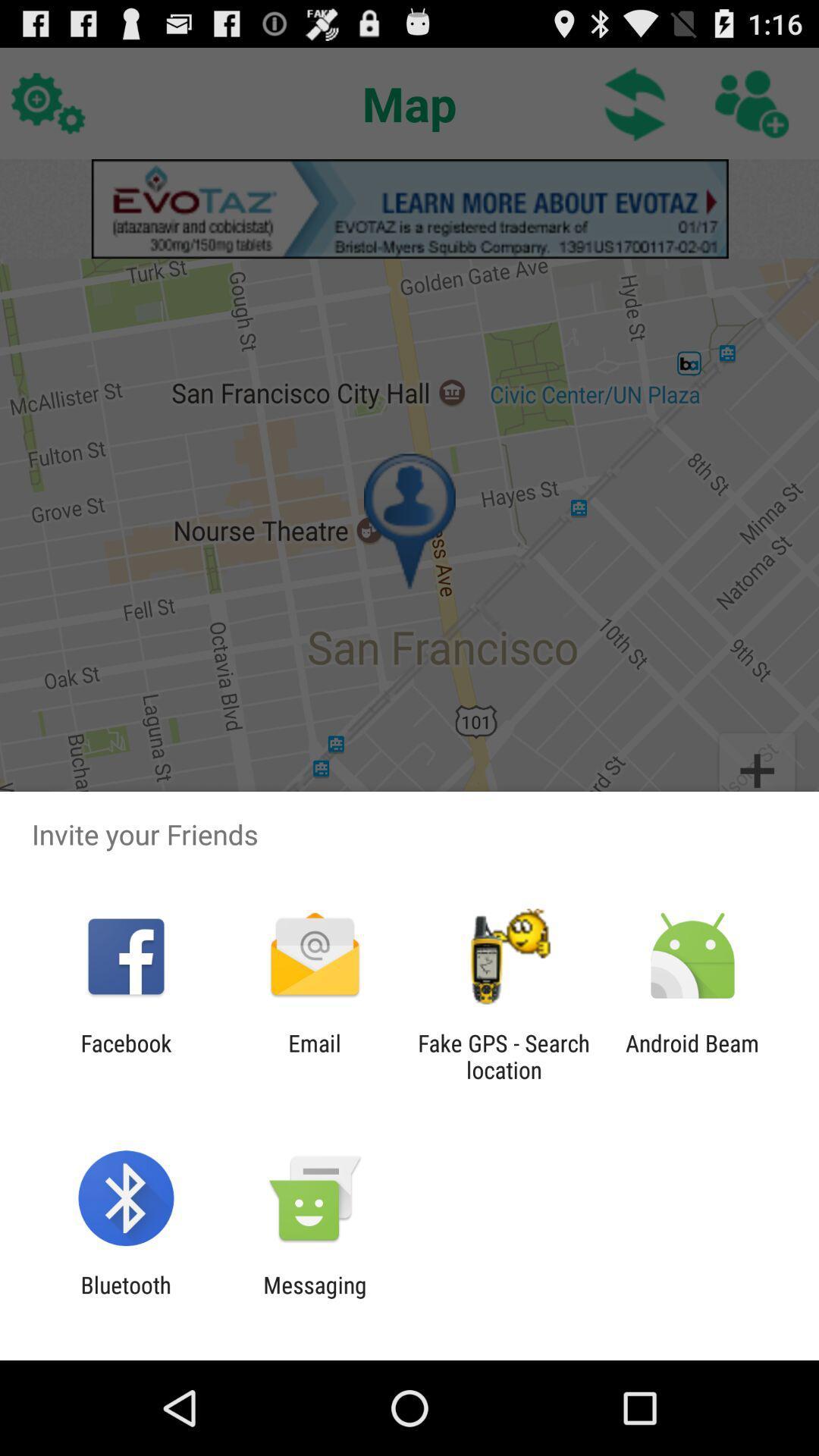 The height and width of the screenshot is (1456, 819). What do you see at coordinates (692, 1056) in the screenshot?
I see `the item to the right of fake gps search item` at bounding box center [692, 1056].